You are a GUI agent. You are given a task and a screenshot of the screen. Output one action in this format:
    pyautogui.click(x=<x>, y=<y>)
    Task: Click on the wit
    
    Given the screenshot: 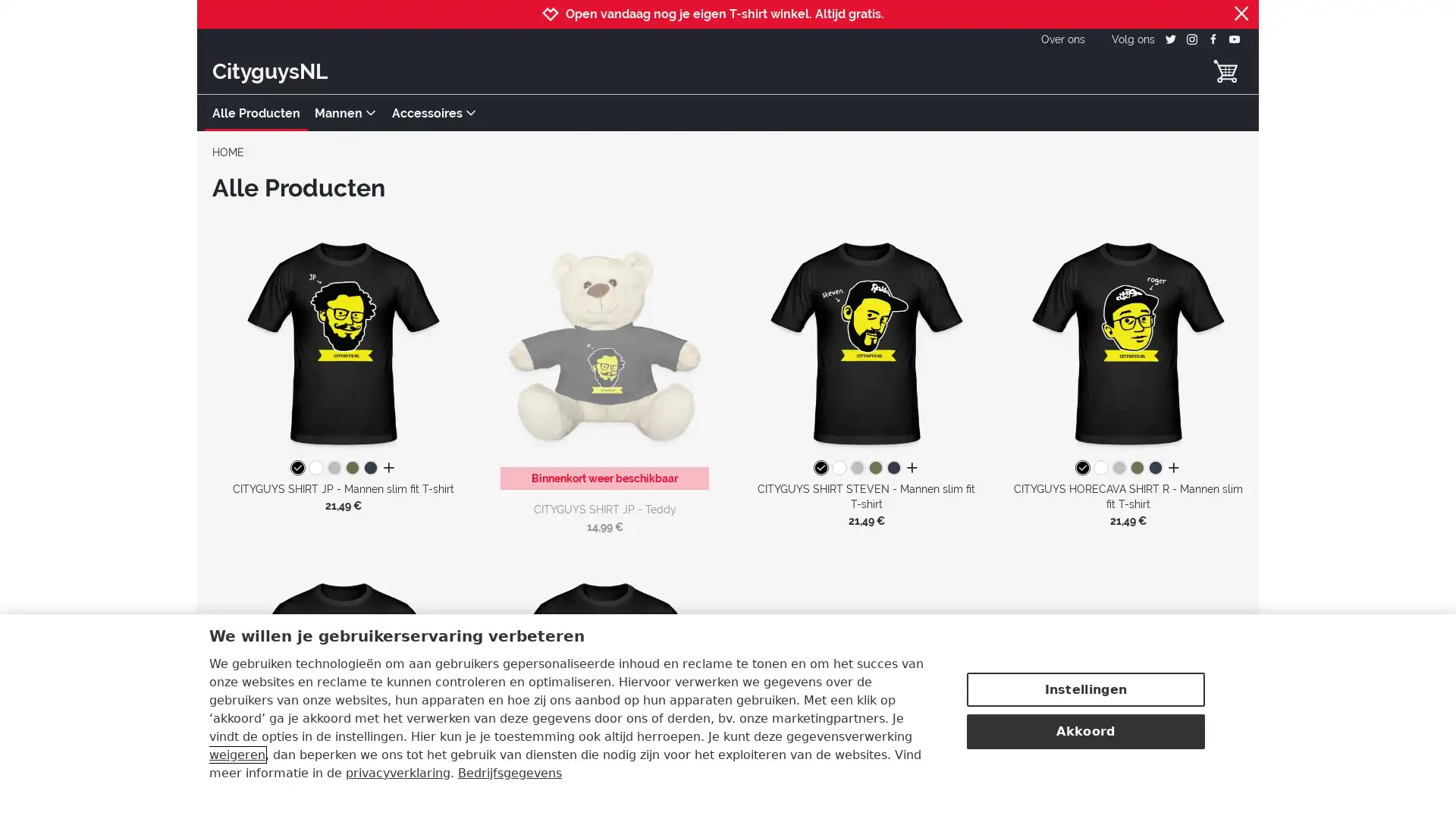 What is the action you would take?
    pyautogui.click(x=837, y=468)
    